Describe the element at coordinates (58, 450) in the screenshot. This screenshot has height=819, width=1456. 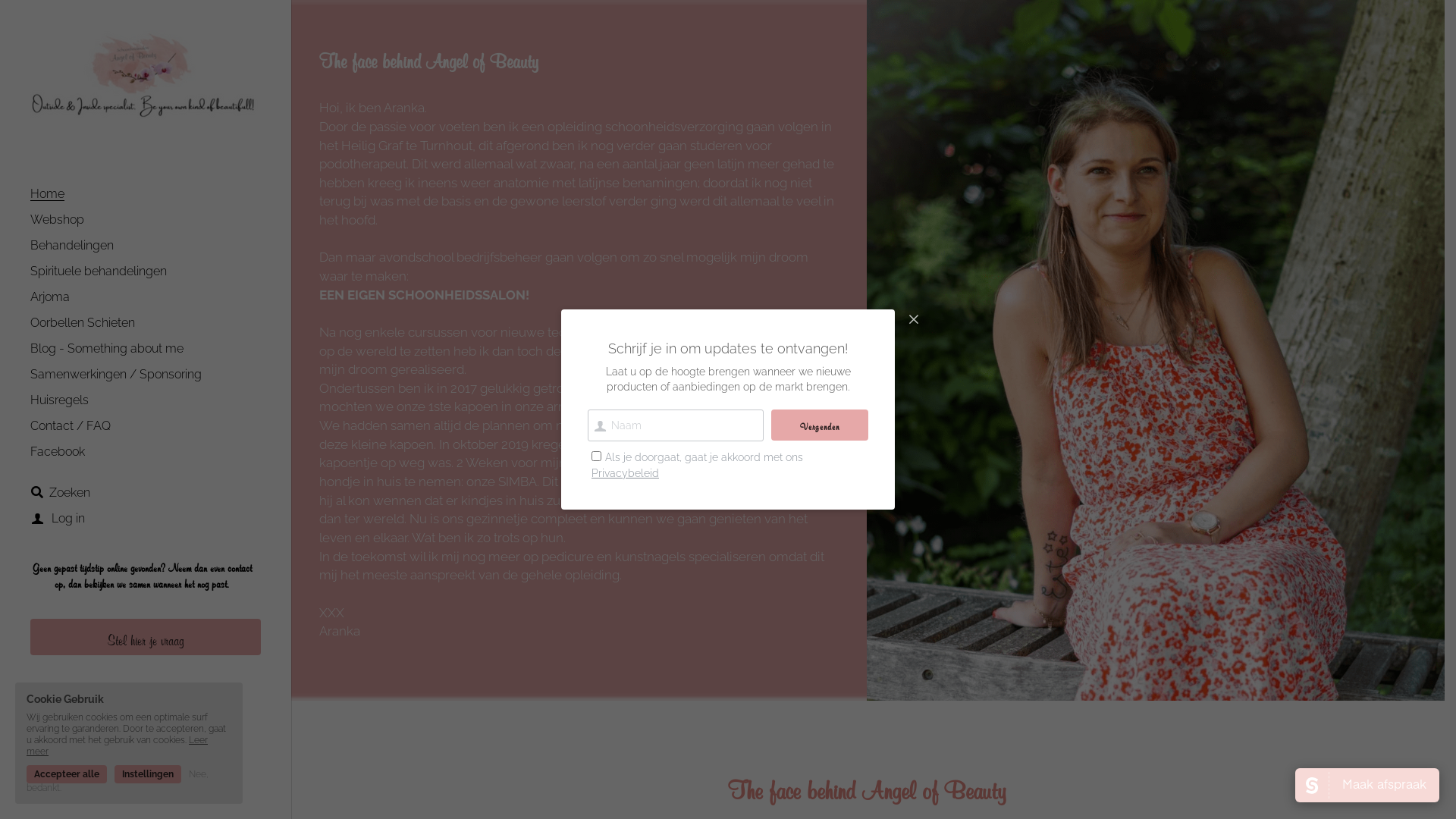
I see `'Facebook'` at that location.